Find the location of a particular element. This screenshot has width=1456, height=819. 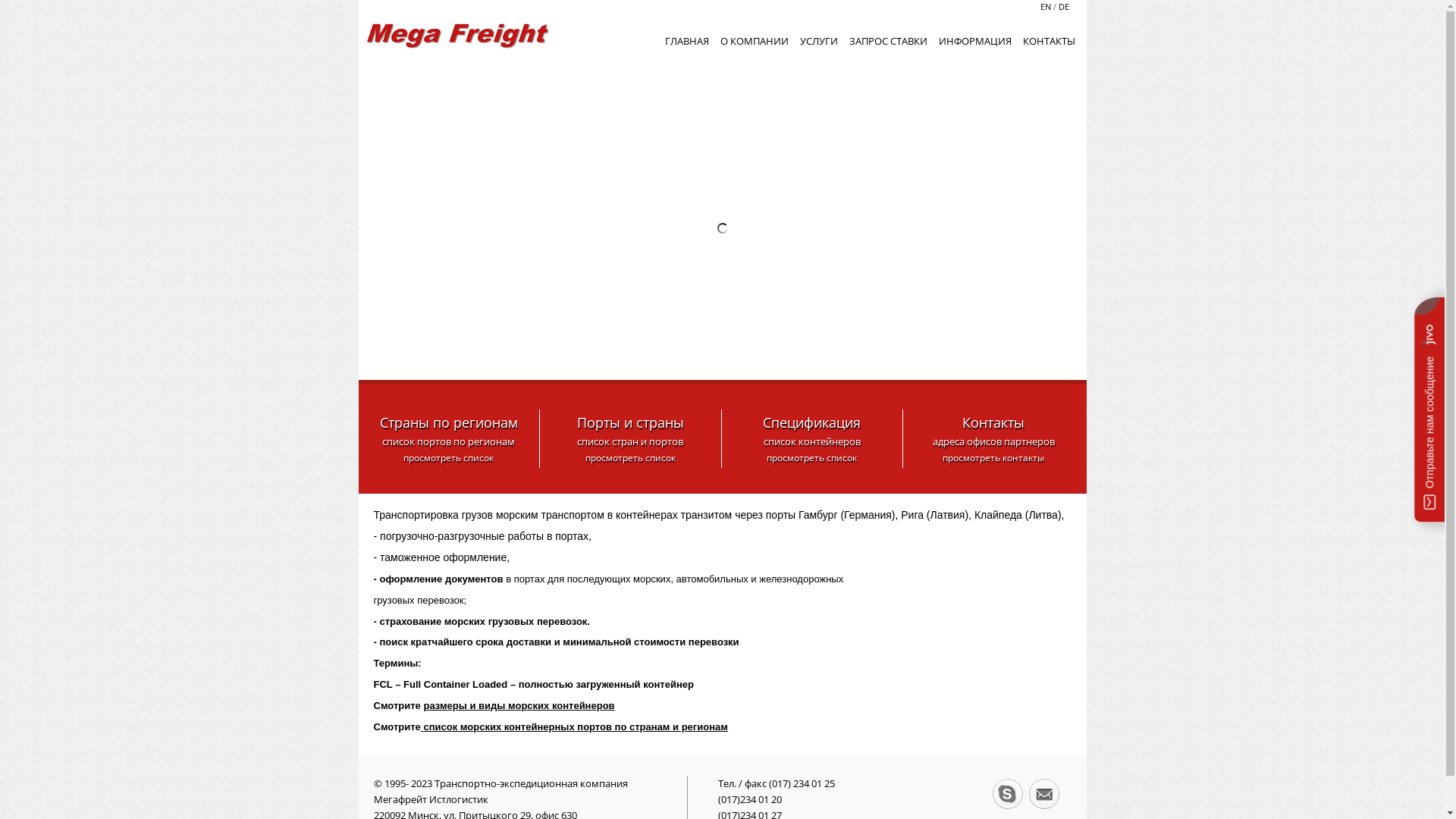

'DE' is located at coordinates (1055, 6).